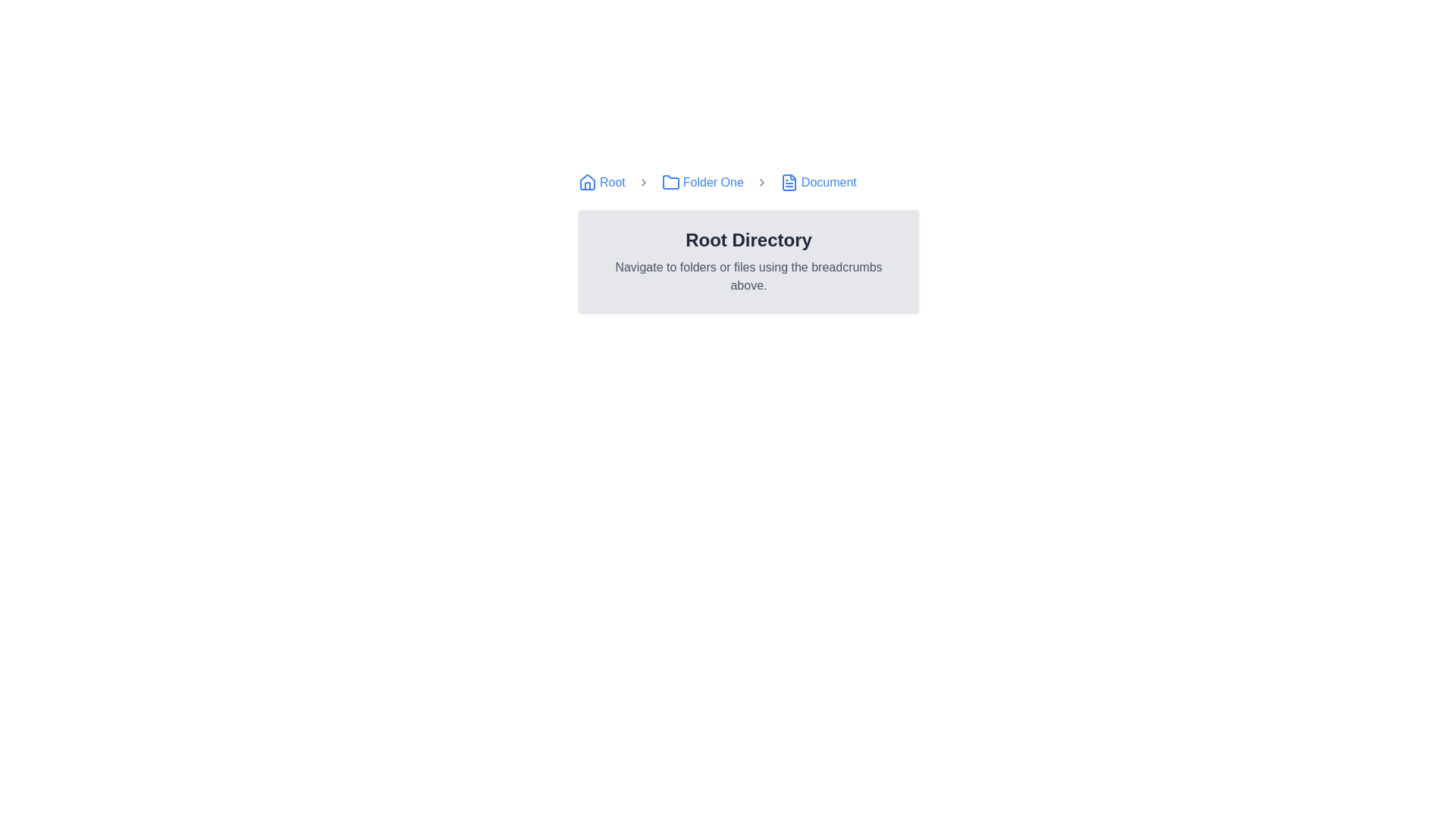 Image resolution: width=1456 pixels, height=819 pixels. What do you see at coordinates (586, 185) in the screenshot?
I see `the decorative door element of the house icon located at the far-left of the breadcrumb navigation bar, which enhances the clarity of the icon representing a household or starting point` at bounding box center [586, 185].